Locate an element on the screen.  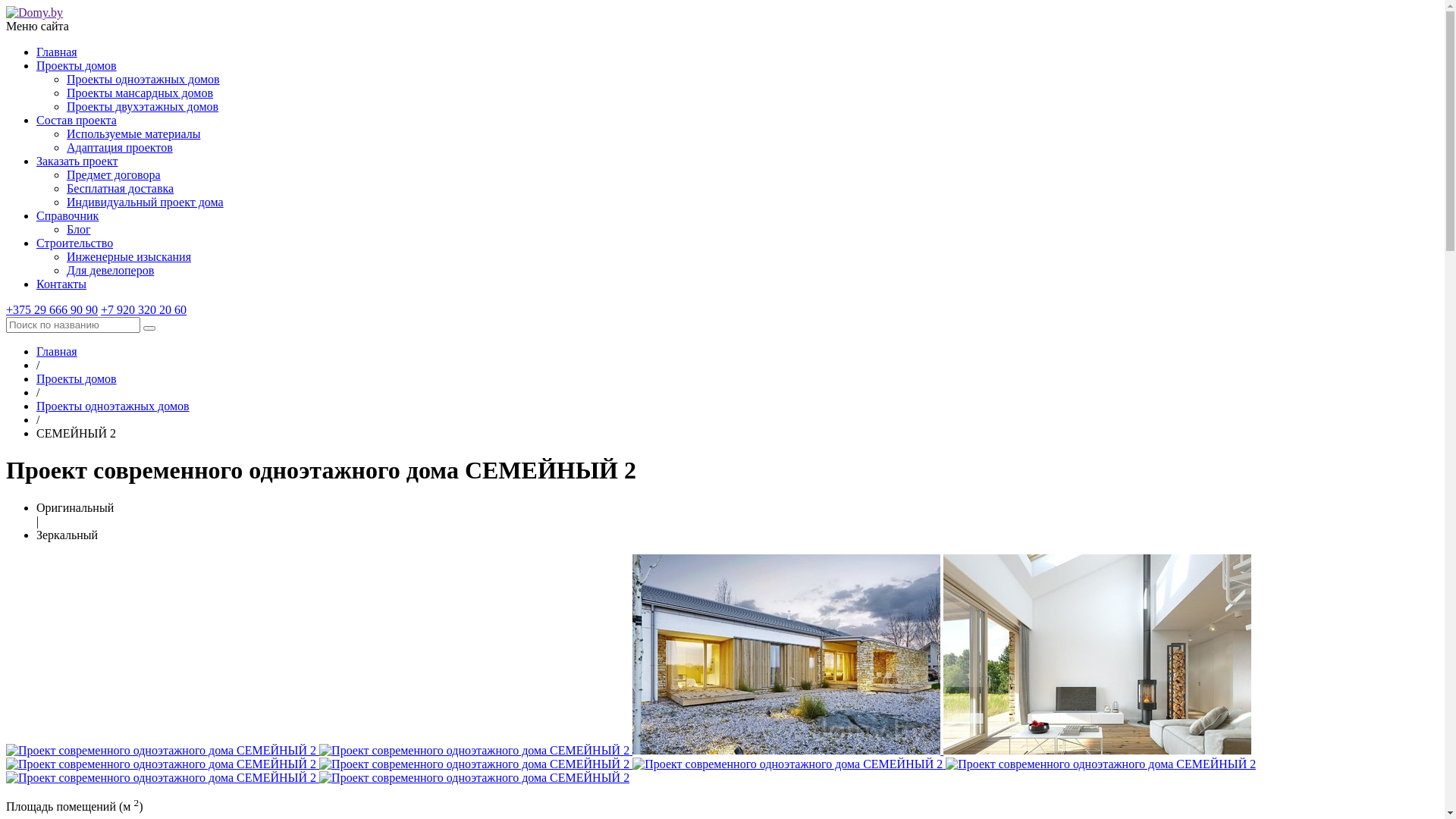
'+7 920 320 20 60' is located at coordinates (143, 309).